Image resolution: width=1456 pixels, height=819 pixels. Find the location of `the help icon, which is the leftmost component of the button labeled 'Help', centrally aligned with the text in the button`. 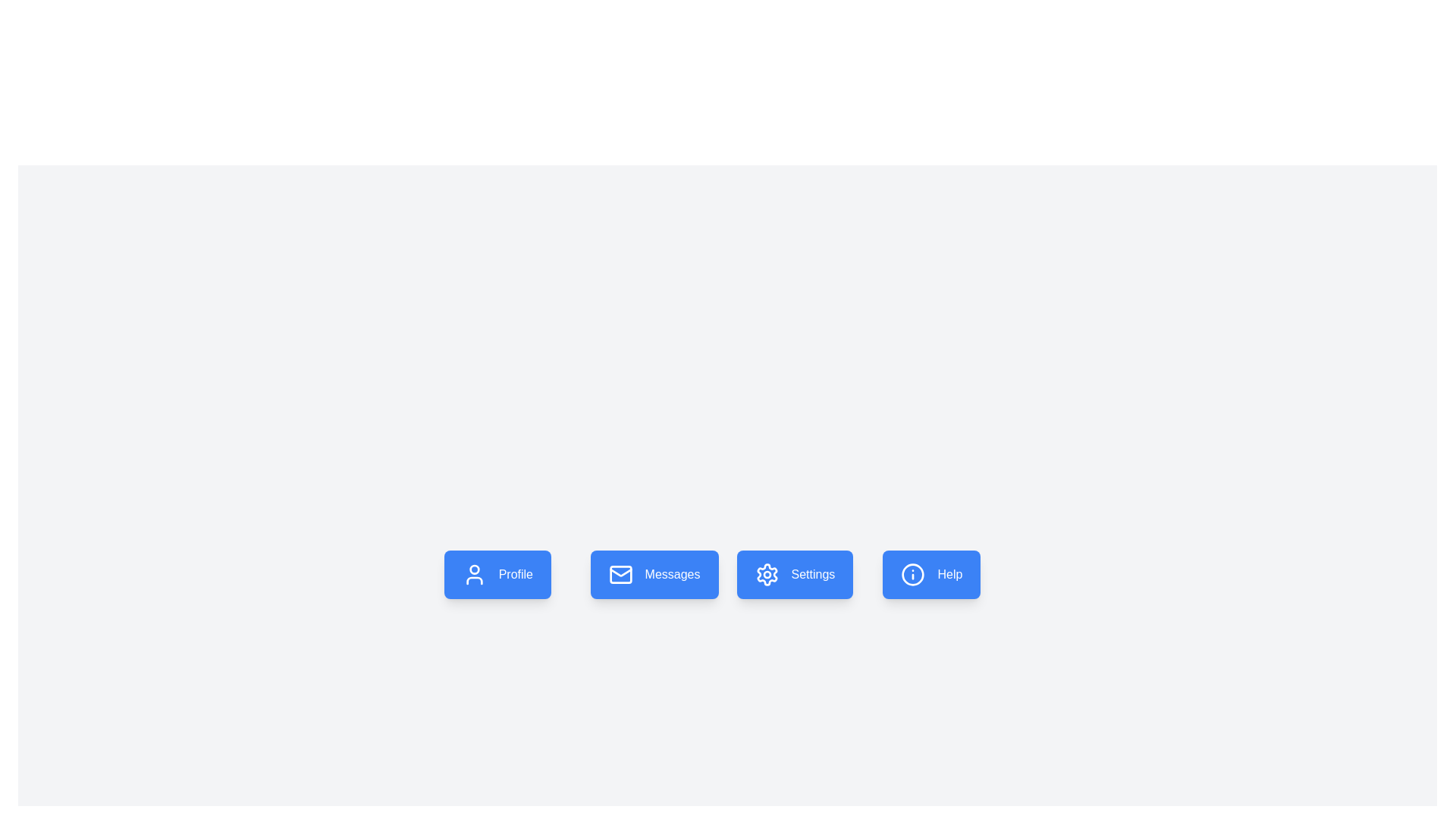

the help icon, which is the leftmost component of the button labeled 'Help', centrally aligned with the text in the button is located at coordinates (912, 575).